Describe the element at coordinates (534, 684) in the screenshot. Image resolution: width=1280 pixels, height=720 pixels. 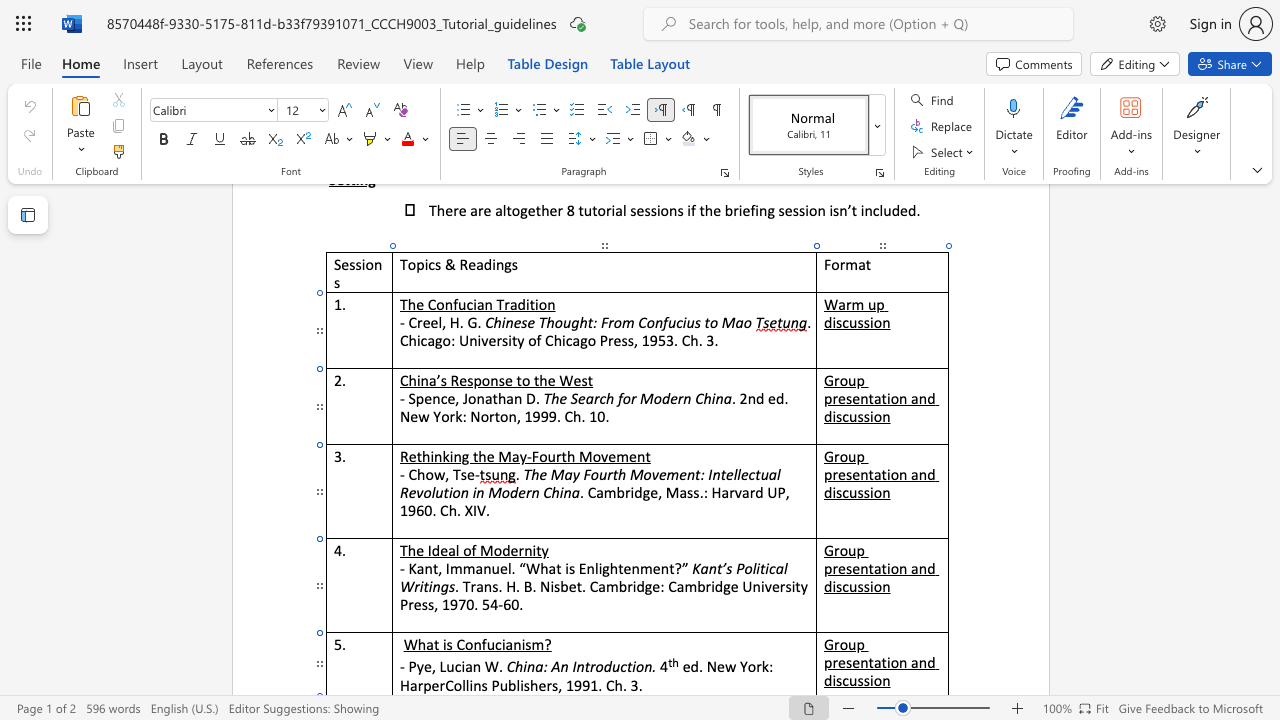
I see `the 1th character "h" in the text` at that location.